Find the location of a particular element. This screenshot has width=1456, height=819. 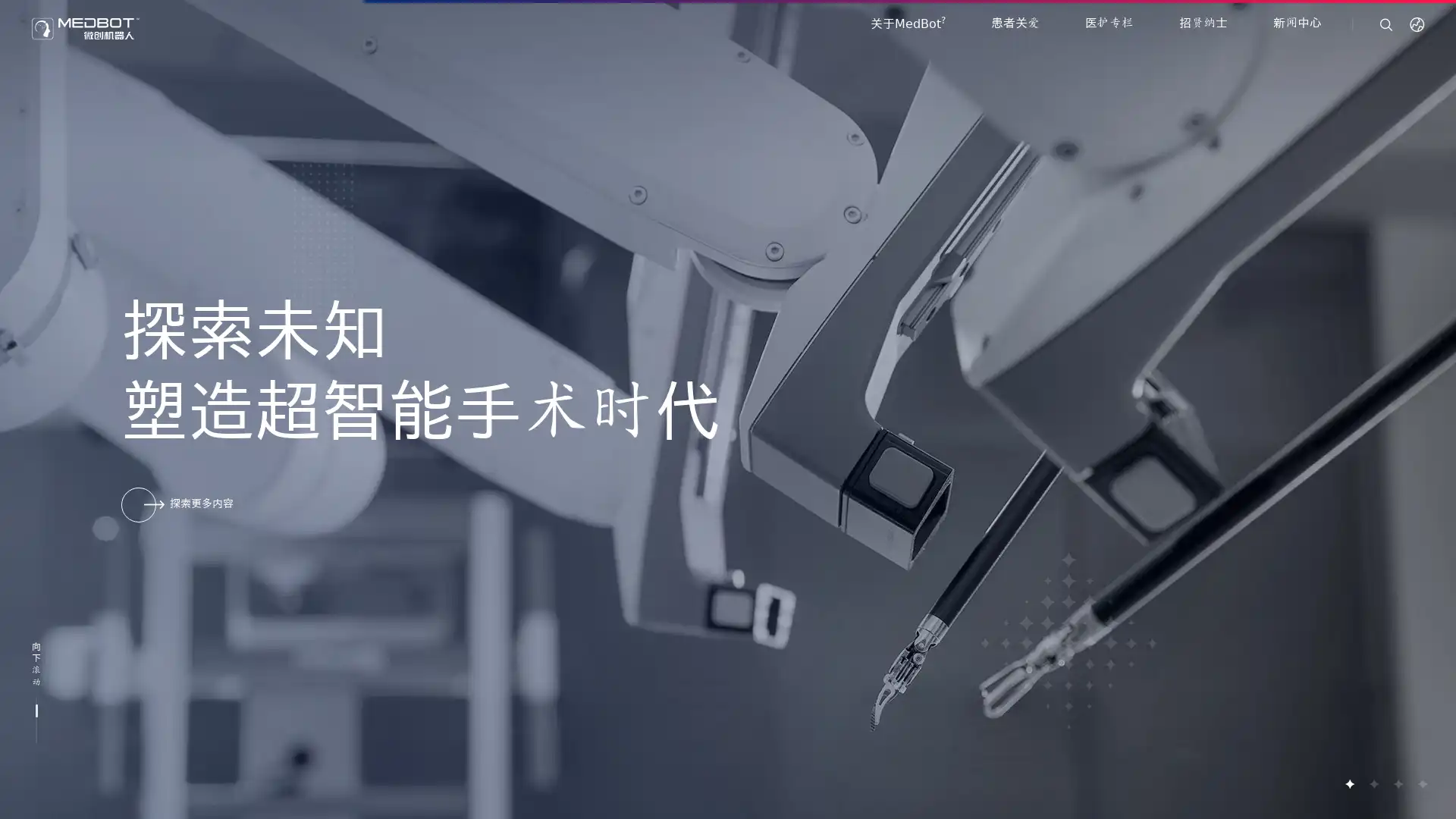

Go to slide 2 is located at coordinates (1373, 783).